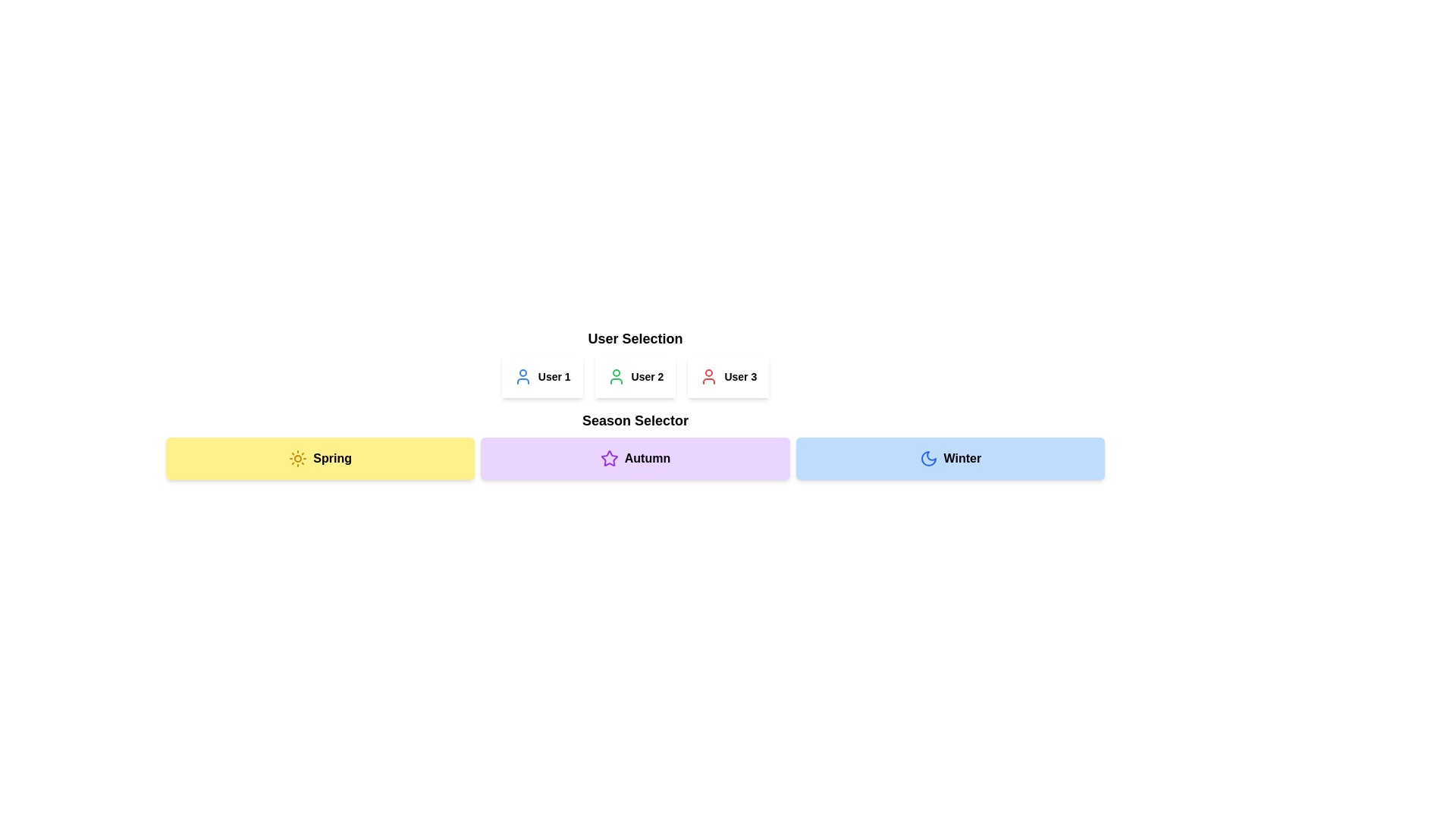 This screenshot has width=1456, height=819. Describe the element at coordinates (635, 458) in the screenshot. I see `the center section of the season selection bar` at that location.